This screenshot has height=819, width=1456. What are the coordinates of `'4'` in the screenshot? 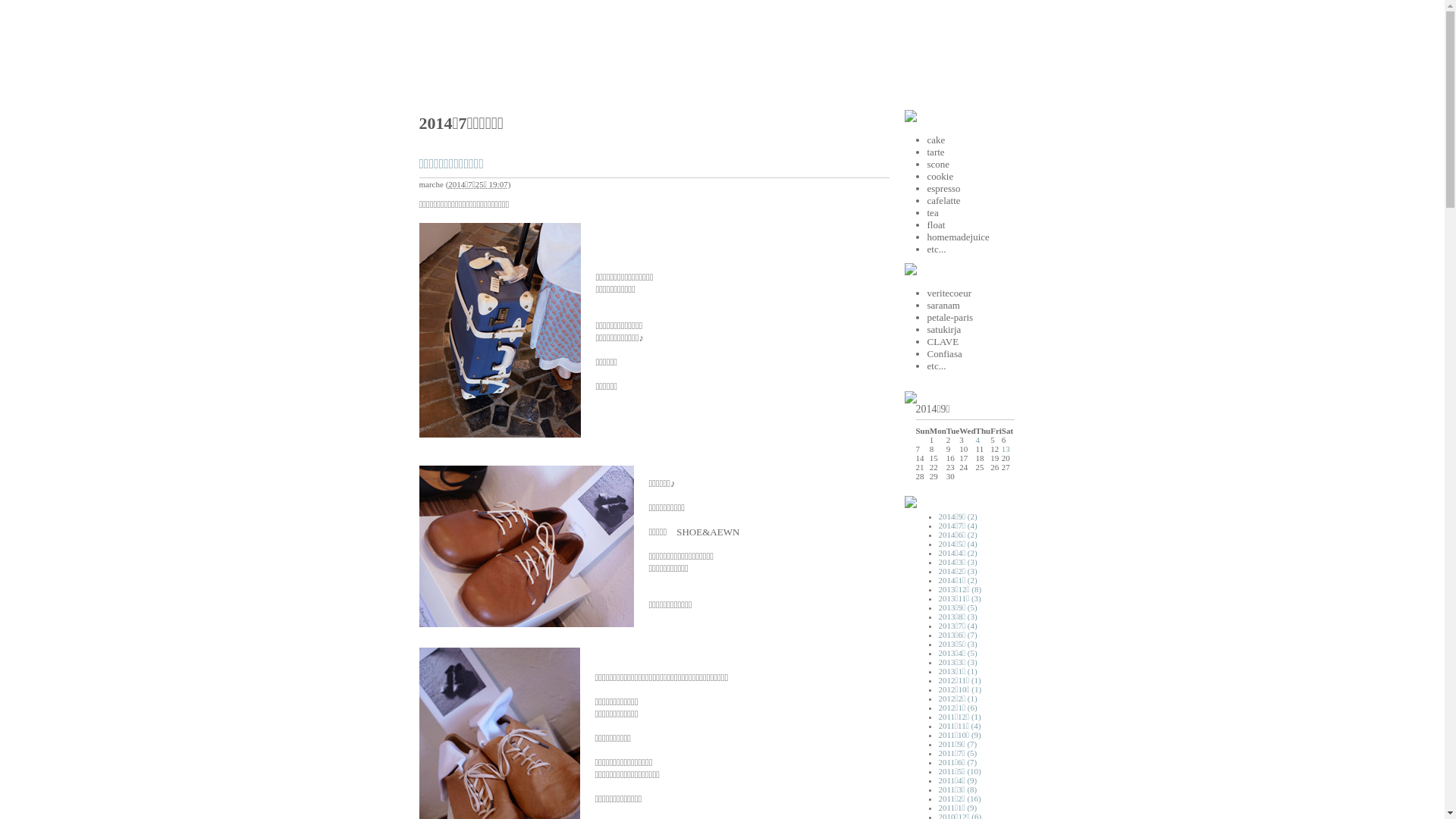 It's located at (975, 439).